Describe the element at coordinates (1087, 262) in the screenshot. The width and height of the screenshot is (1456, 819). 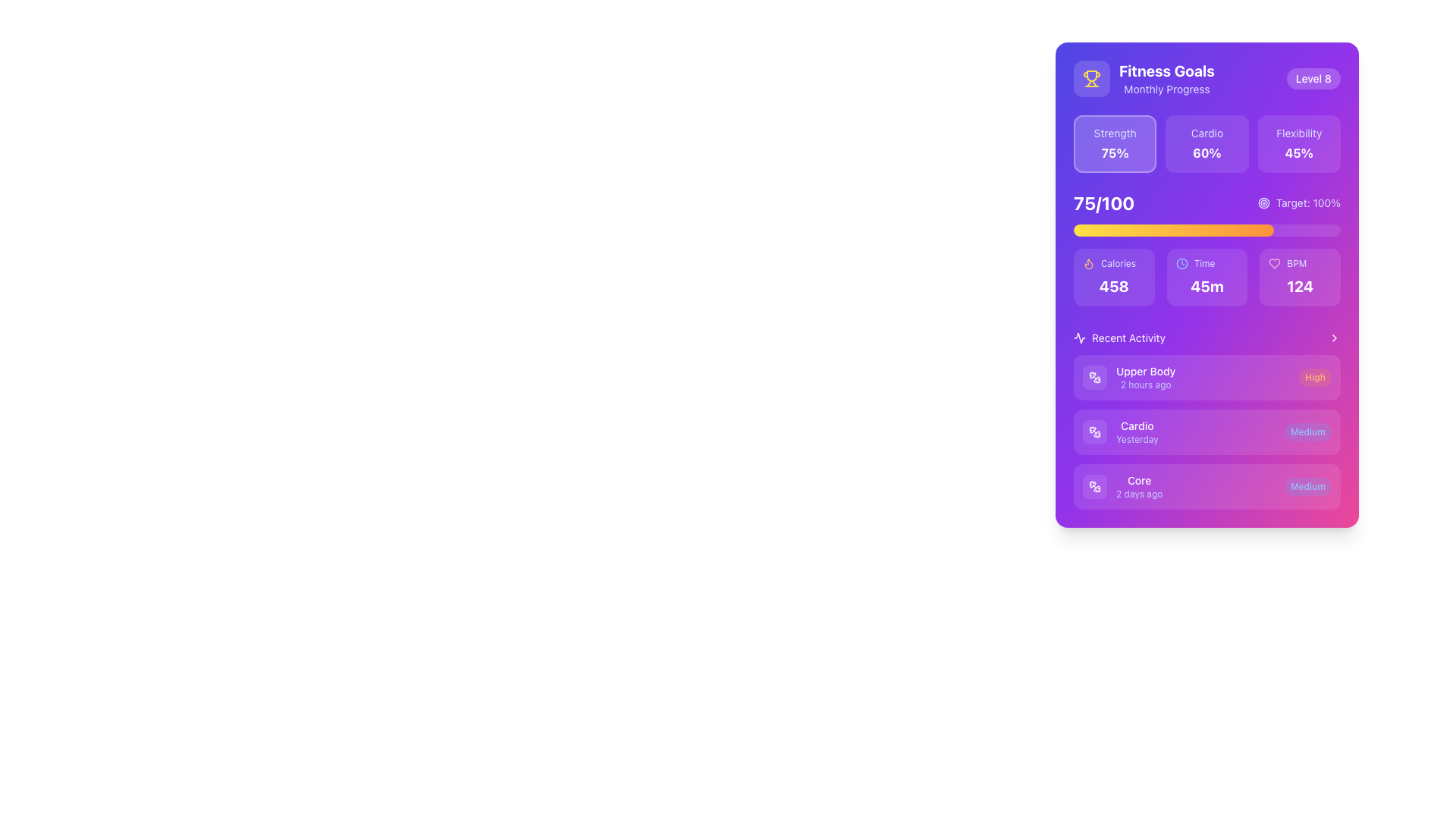
I see `the flame icon, which is a vector graphic styled with orange and purple hues, located in the middle-upper section of the interface within a fitness summary box` at that location.